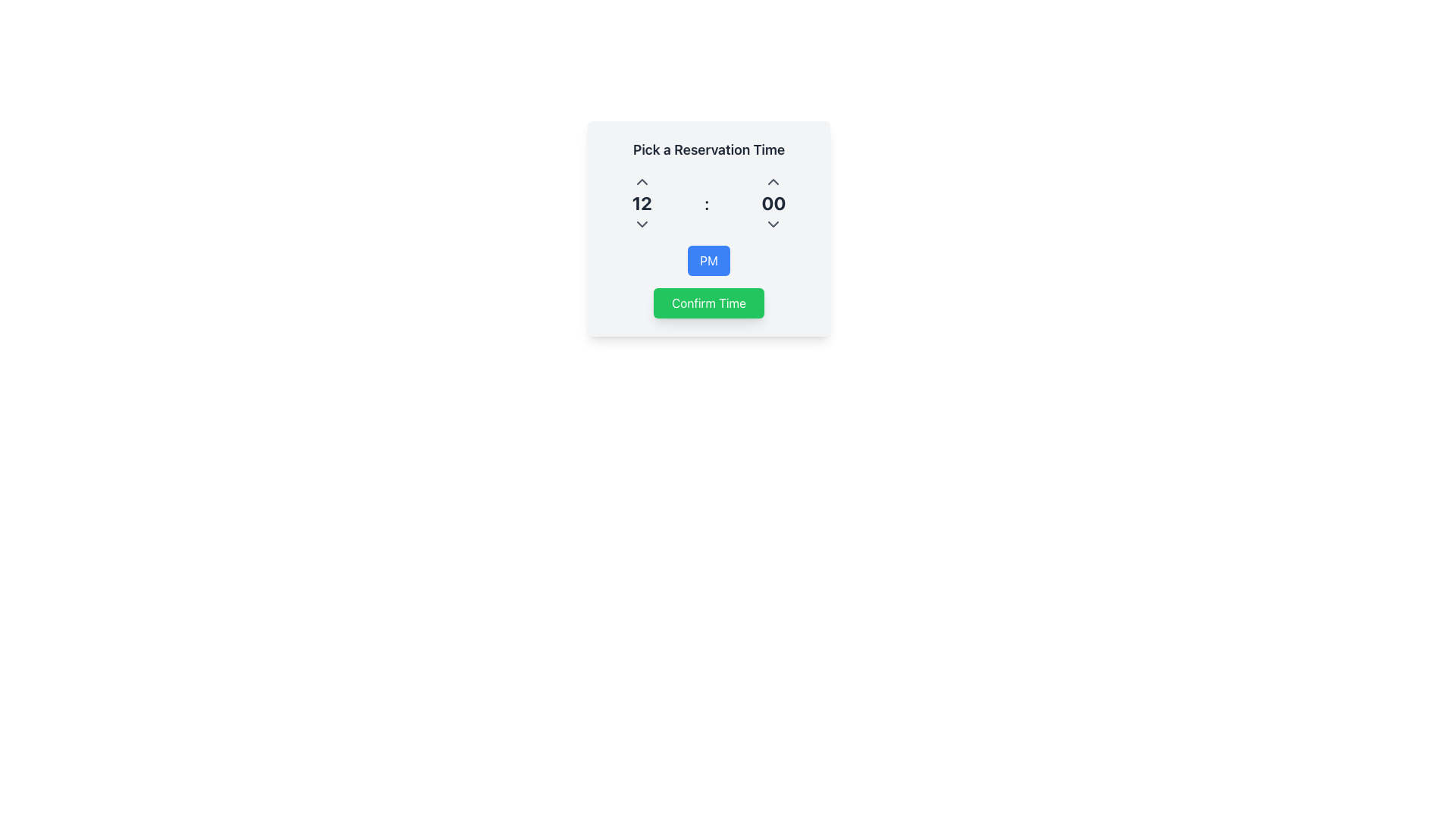 This screenshot has width=1456, height=819. I want to click on the rectangular green 'Confirm Time' button with white bold text, located at the bottom center of the reservation form, beneath the 'PM' button, so click(708, 303).